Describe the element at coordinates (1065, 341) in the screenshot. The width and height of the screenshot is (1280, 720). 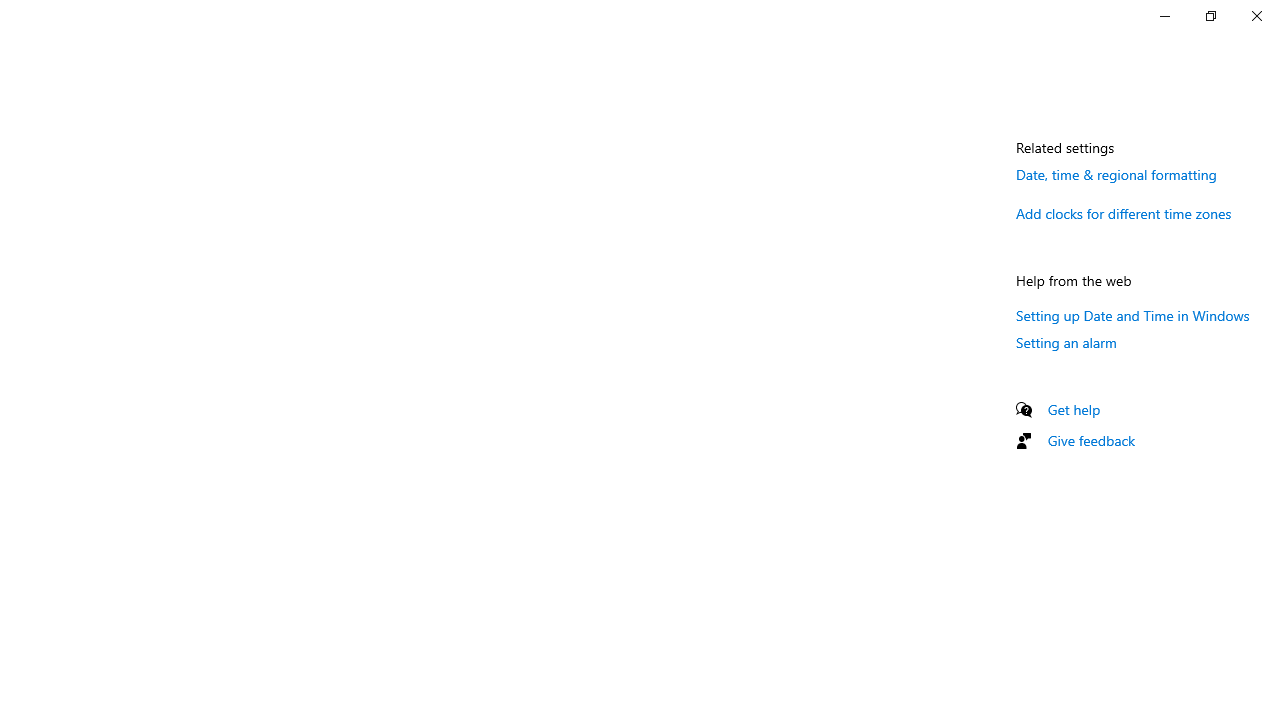
I see `'Setting an alarm'` at that location.